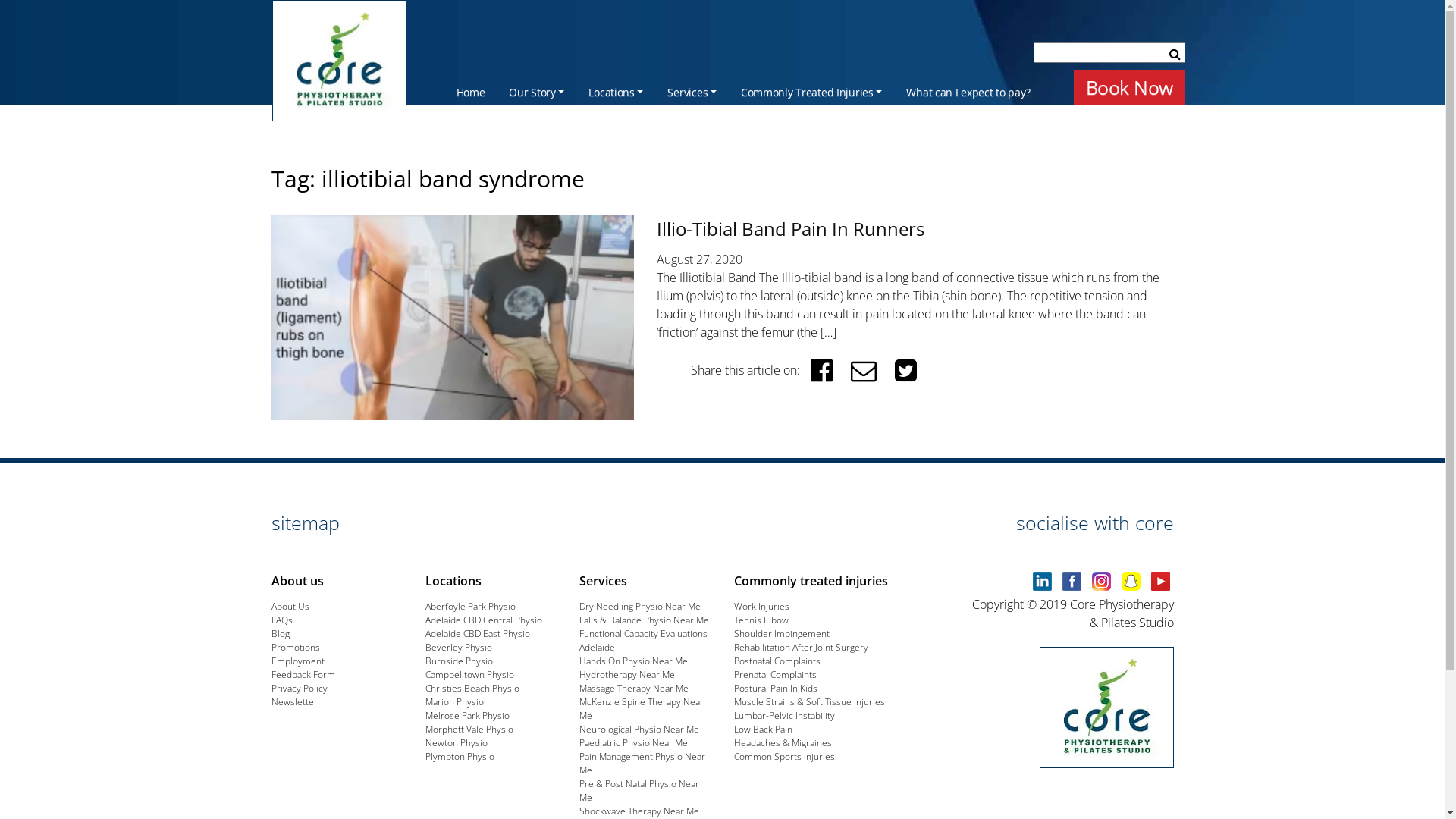 The width and height of the screenshot is (1456, 819). I want to click on 'Home', so click(469, 91).